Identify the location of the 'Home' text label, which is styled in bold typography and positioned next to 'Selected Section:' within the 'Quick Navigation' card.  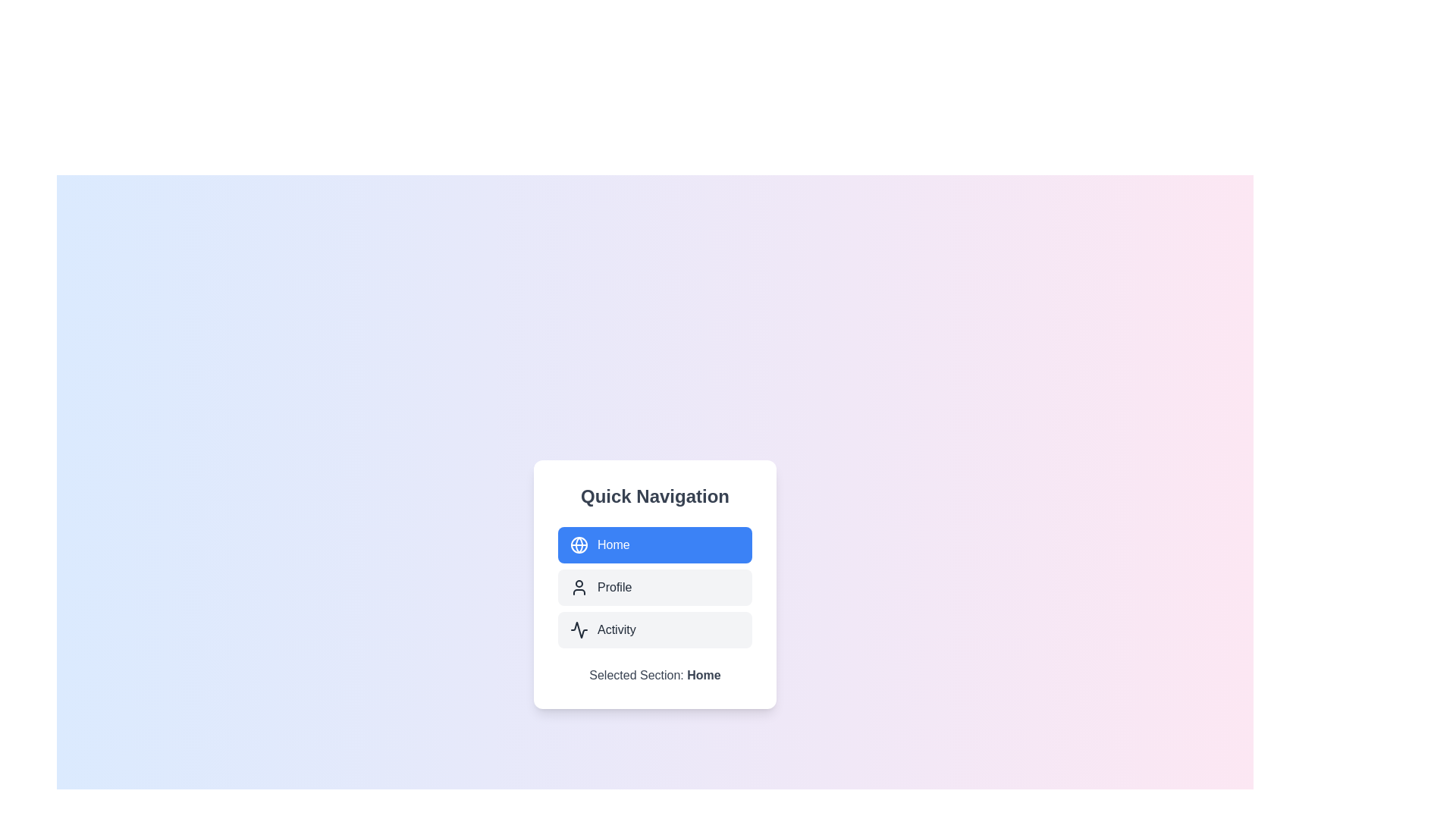
(703, 674).